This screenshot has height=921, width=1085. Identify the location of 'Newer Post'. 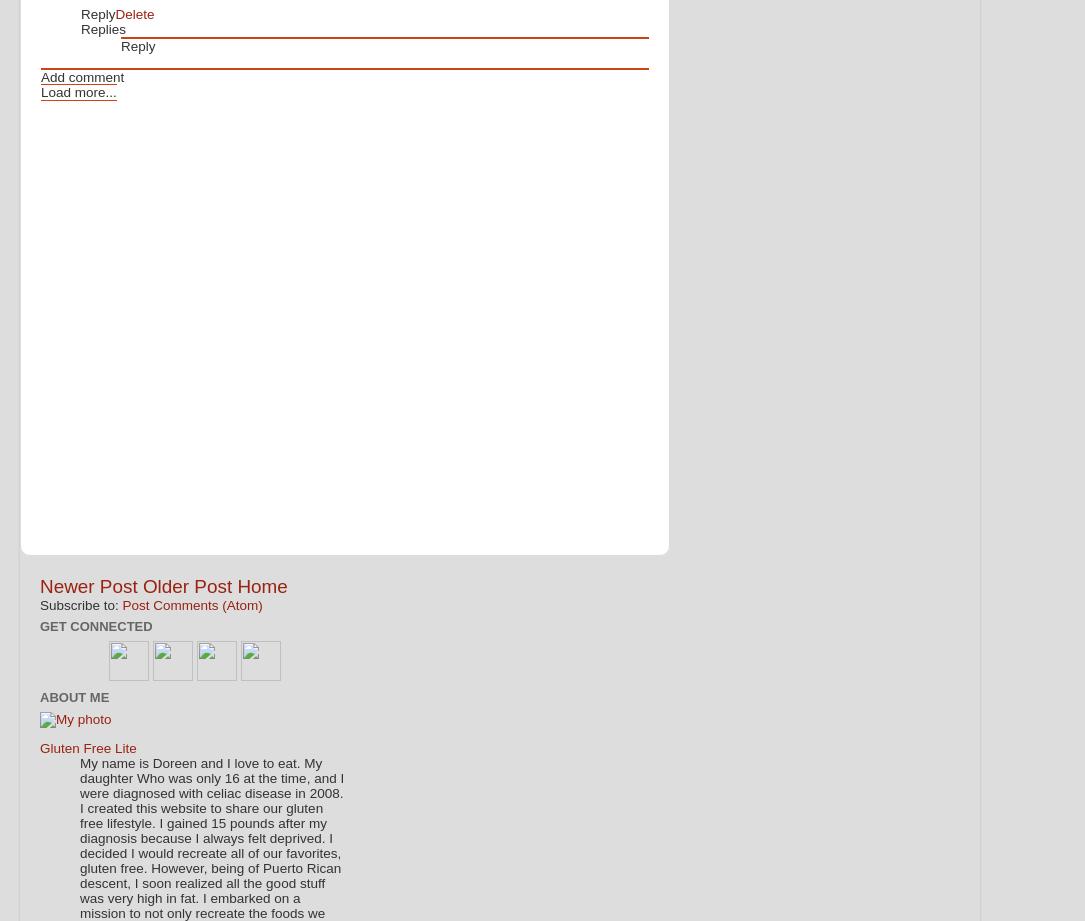
(87, 584).